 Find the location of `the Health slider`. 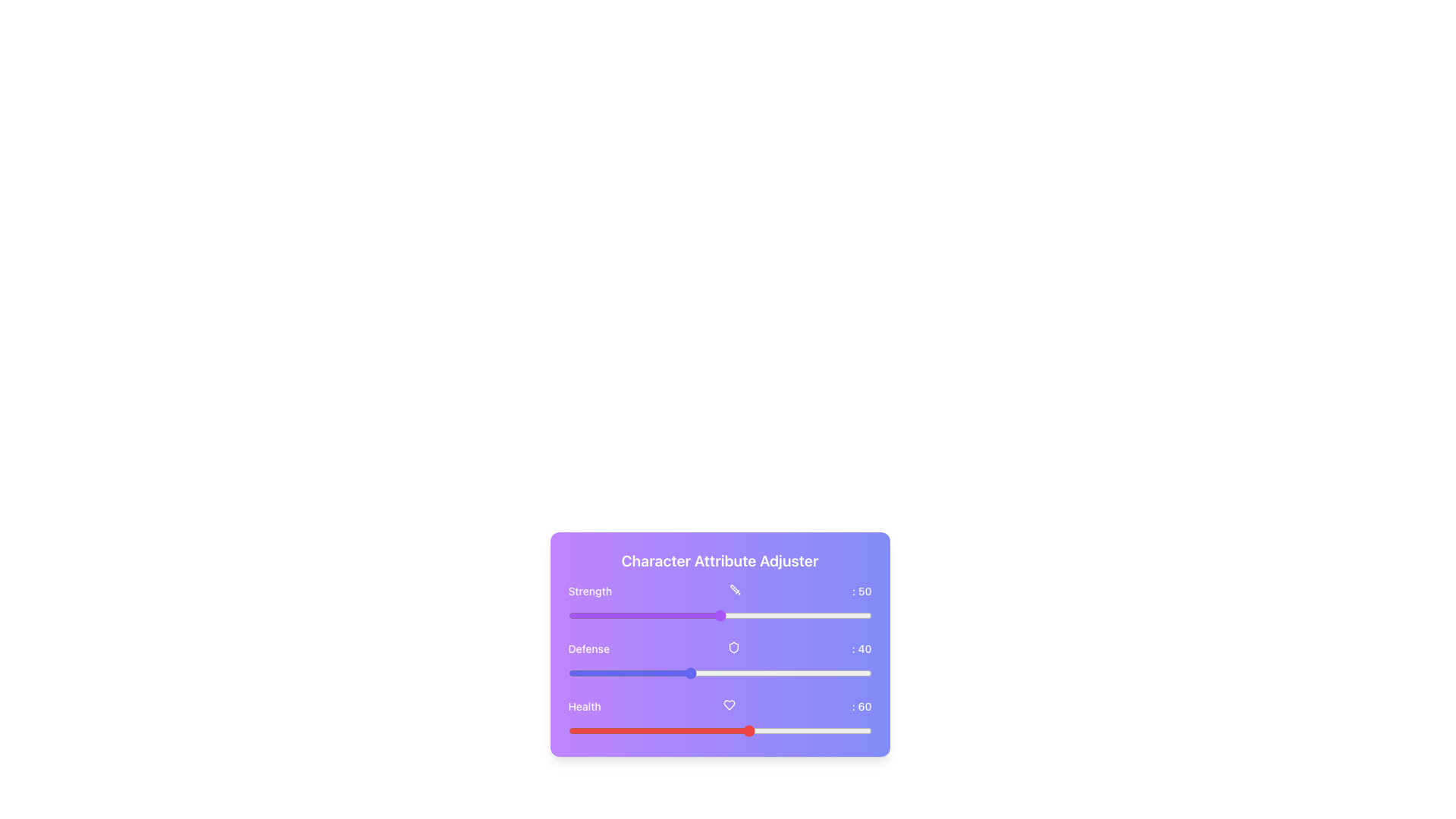

the Health slider is located at coordinates (659, 730).